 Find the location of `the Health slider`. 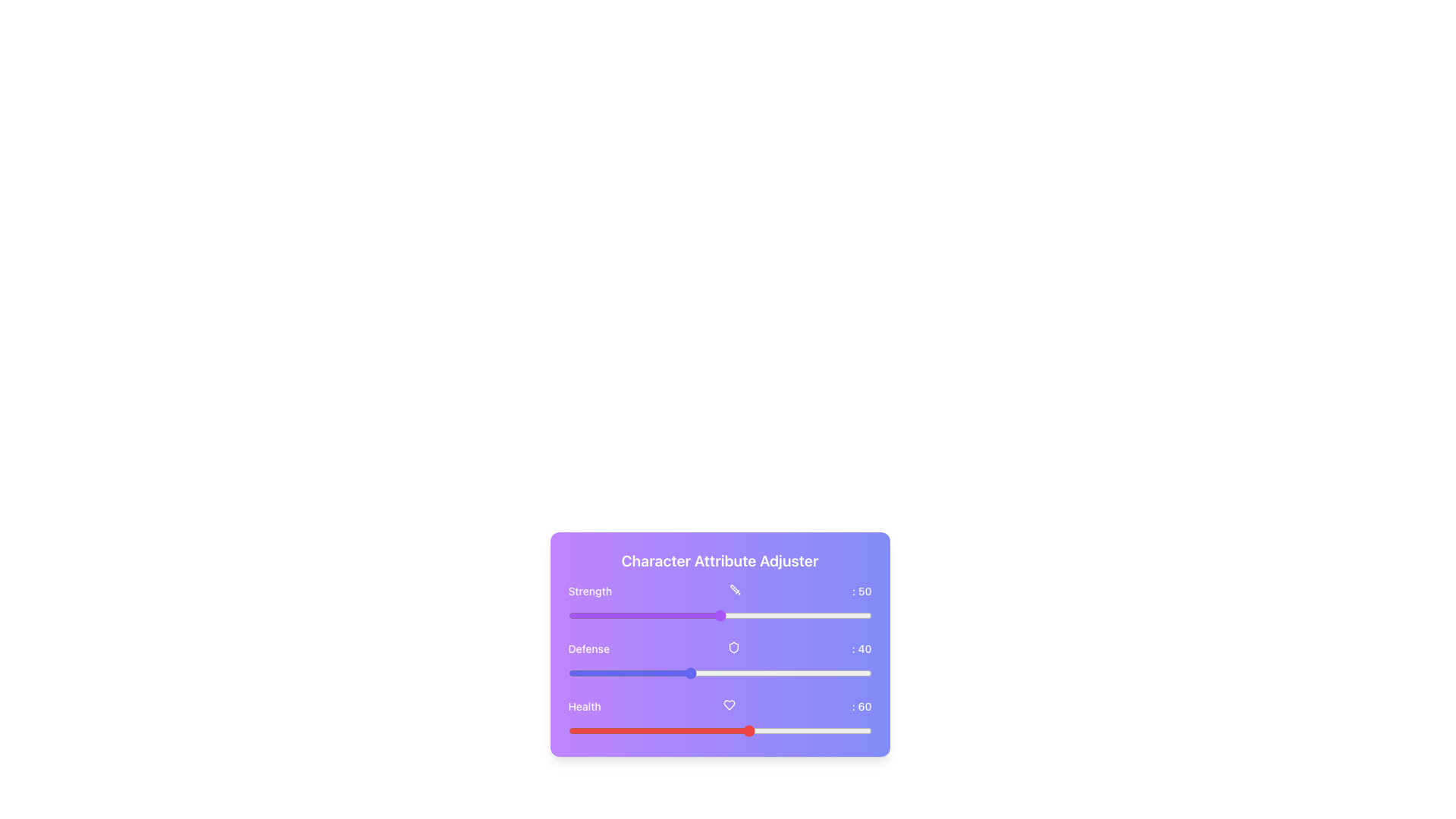

the Health slider is located at coordinates (659, 730).